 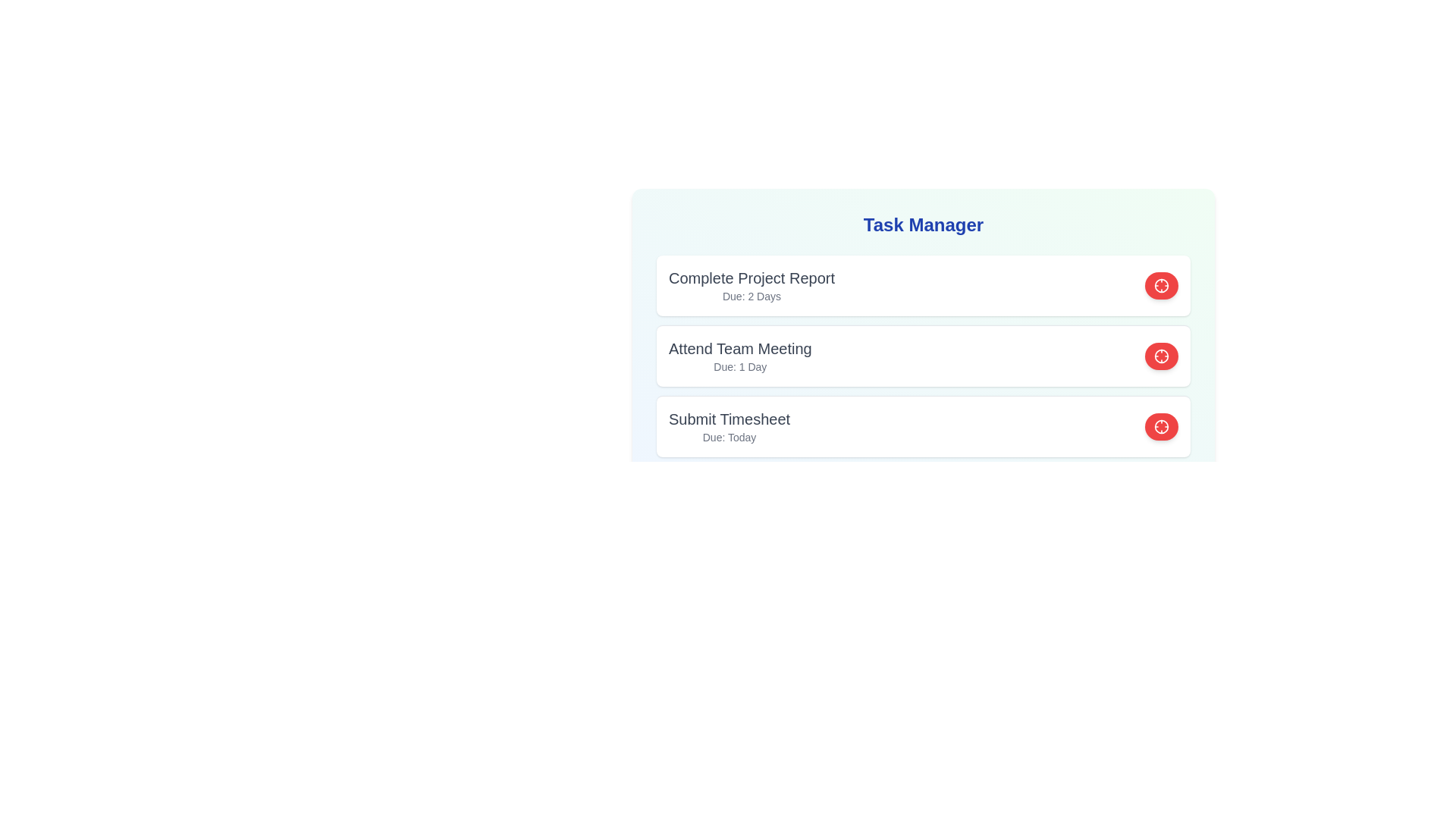 I want to click on the task card titled 'Submit Timesheet' with a due date of 'Due: Today', which is the third card in the list of task cards in the 'Task Manager' section, so click(x=923, y=426).